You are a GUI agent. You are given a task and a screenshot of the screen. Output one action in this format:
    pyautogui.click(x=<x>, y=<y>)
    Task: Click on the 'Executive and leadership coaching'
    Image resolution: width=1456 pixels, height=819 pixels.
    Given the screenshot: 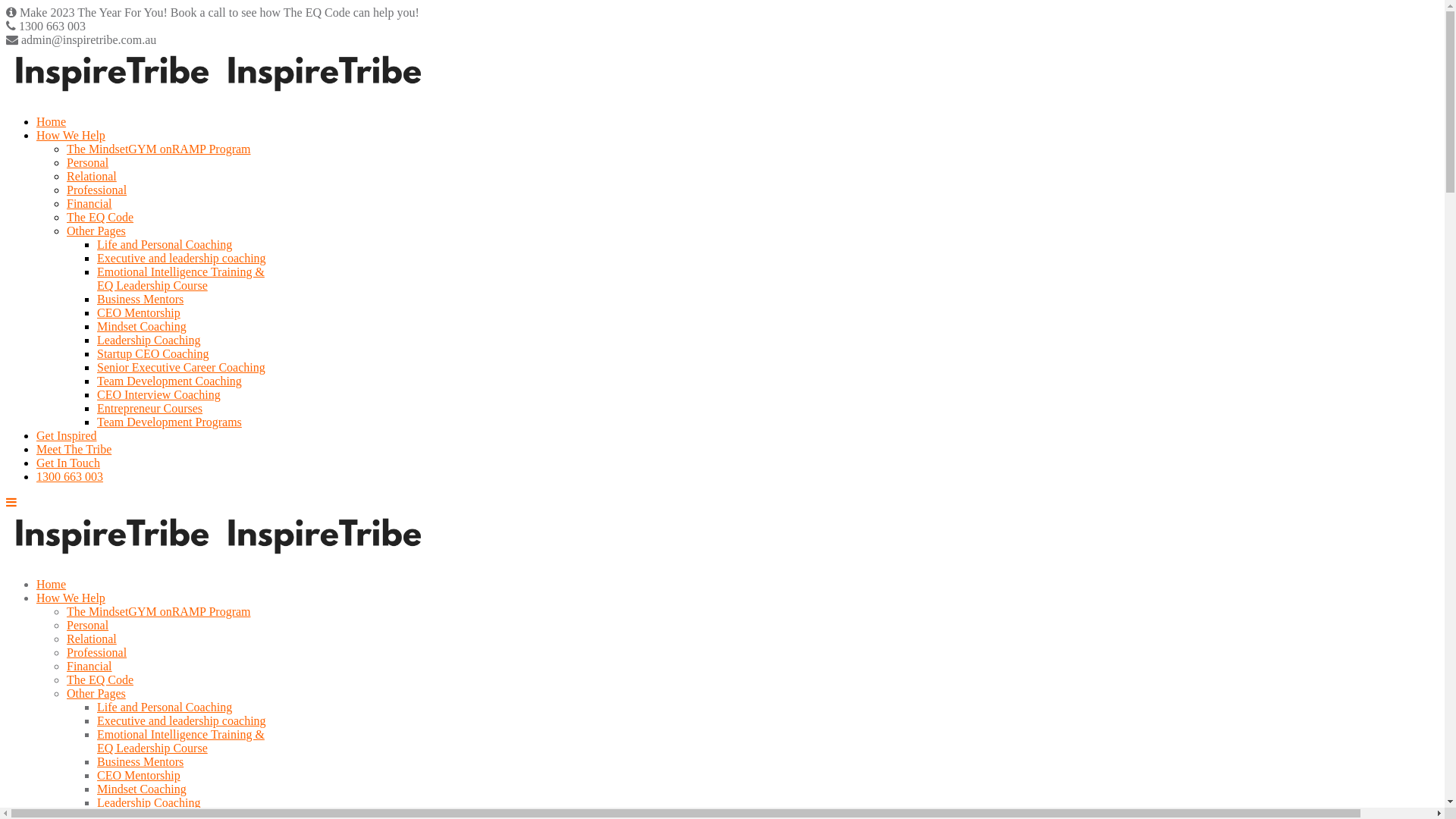 What is the action you would take?
    pyautogui.click(x=181, y=257)
    